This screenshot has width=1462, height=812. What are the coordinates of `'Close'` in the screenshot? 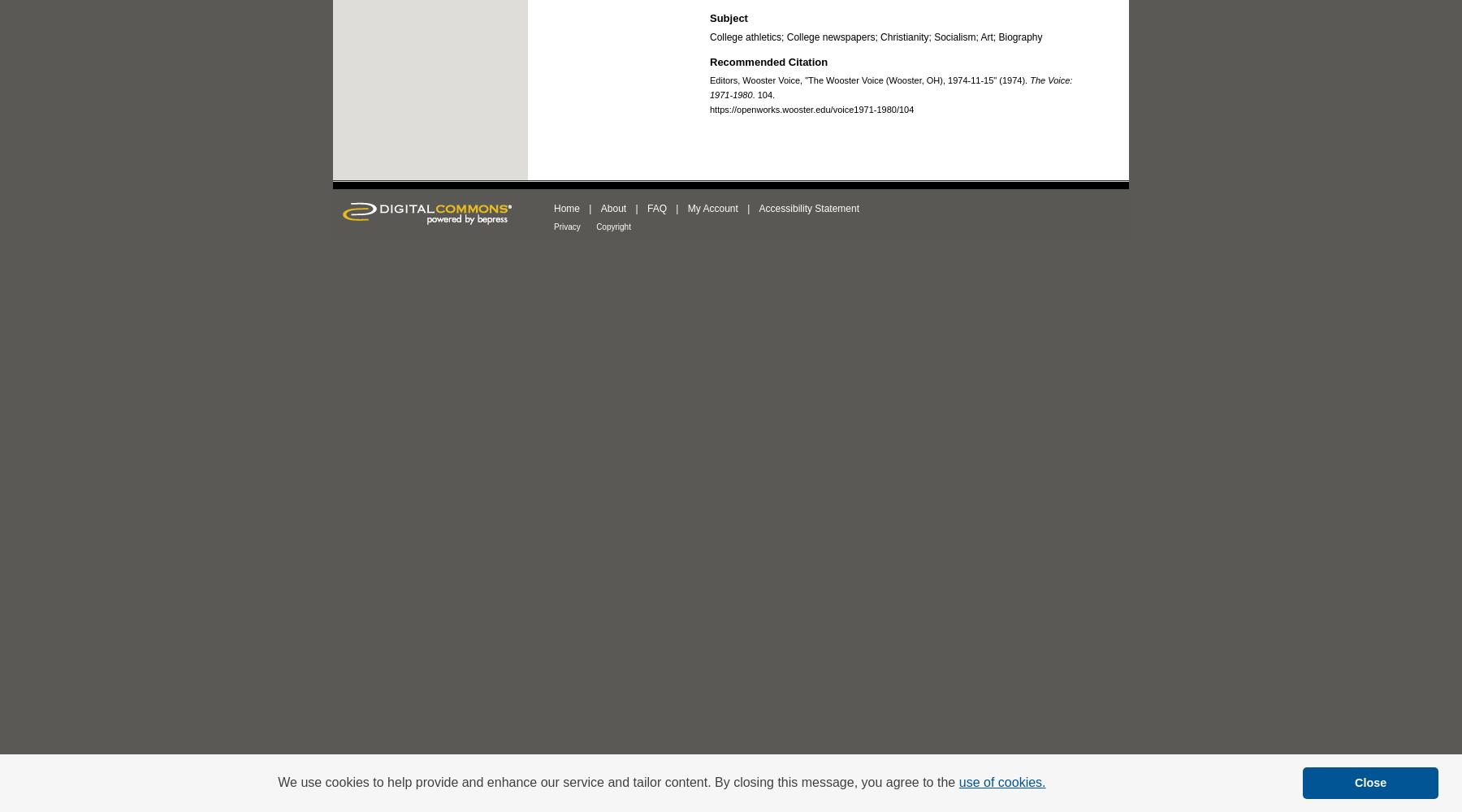 It's located at (1369, 782).